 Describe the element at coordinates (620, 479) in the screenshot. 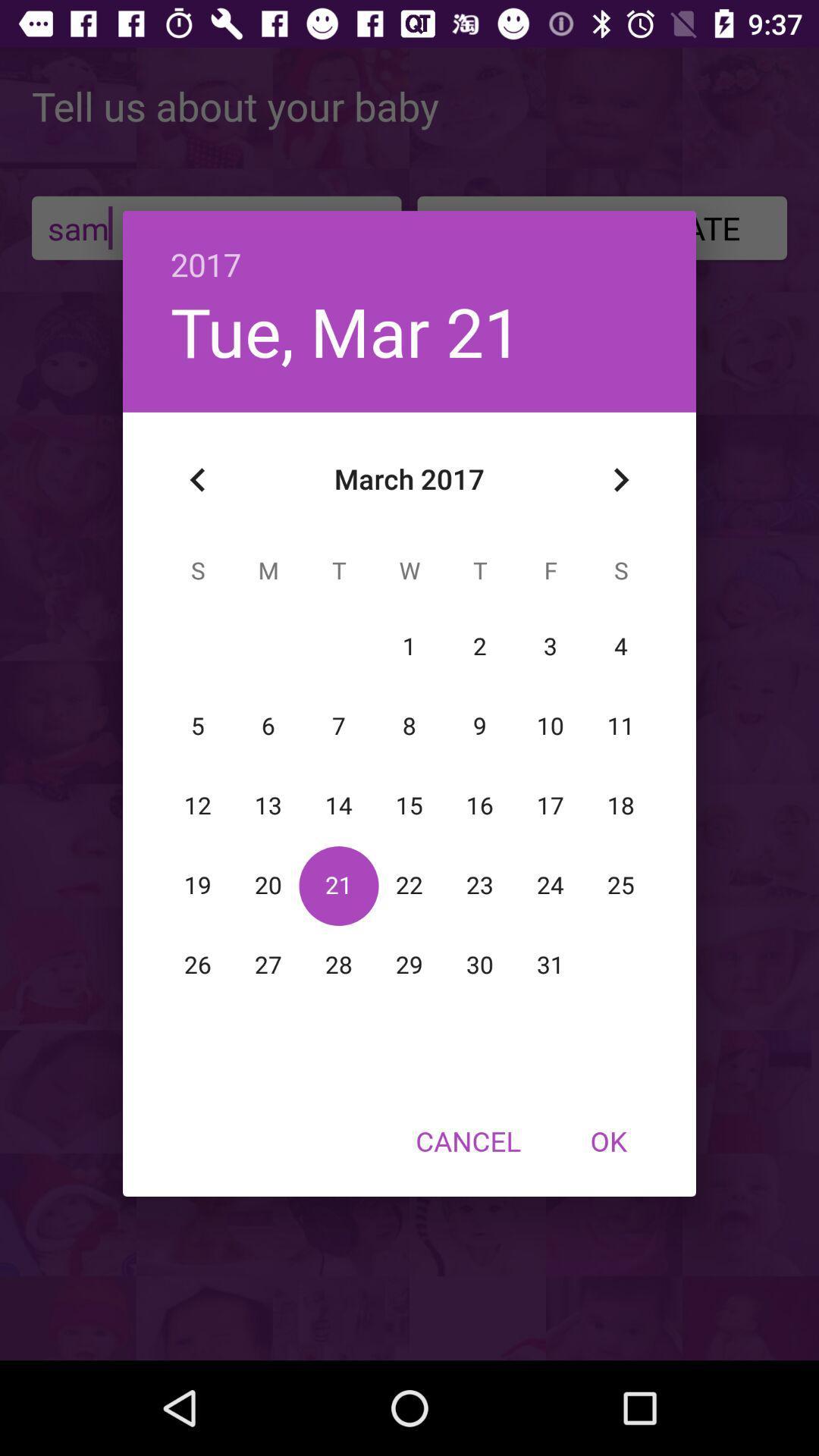

I see `the icon at the top right corner` at that location.